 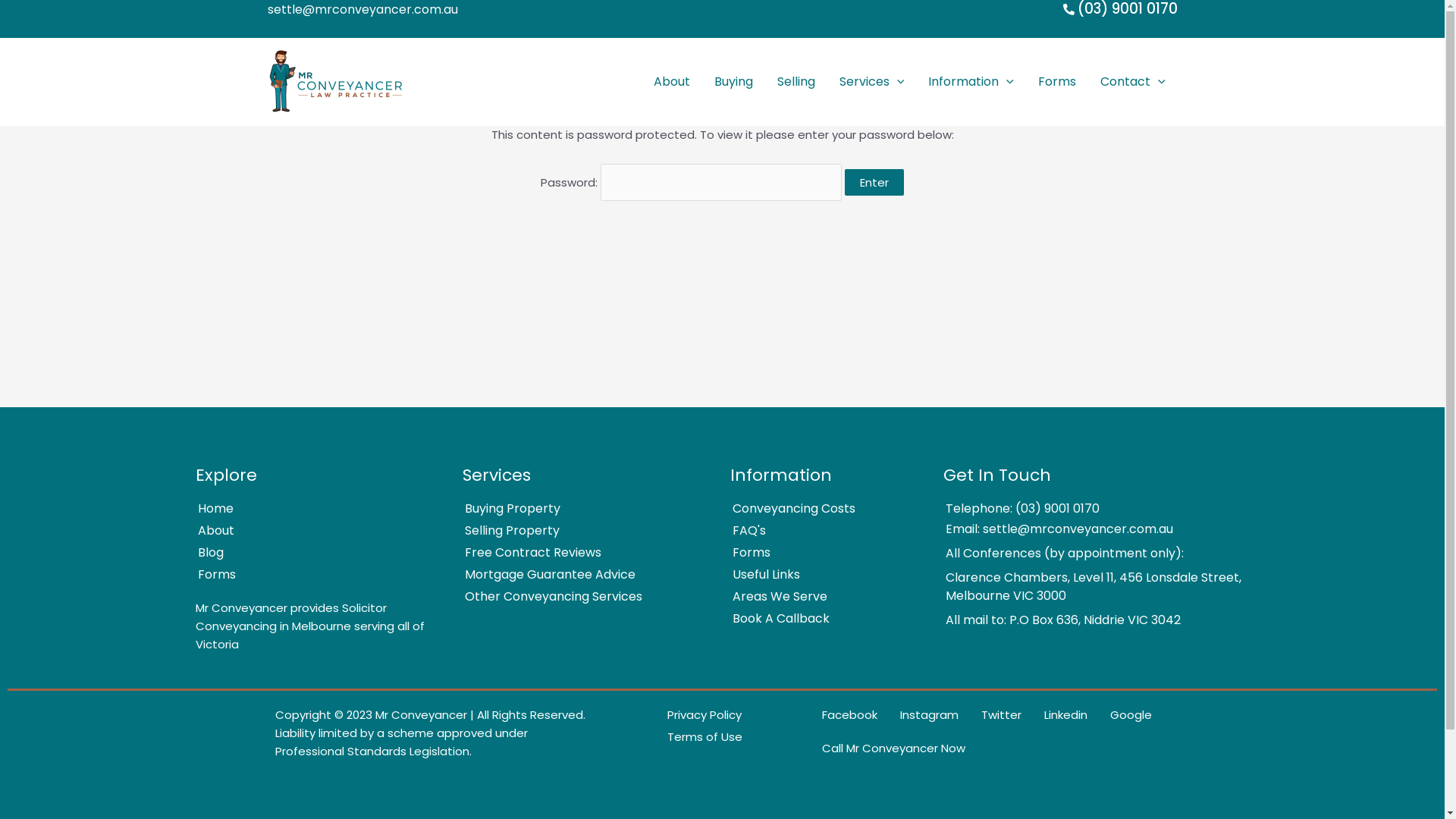 What do you see at coordinates (579, 553) in the screenshot?
I see `'Free Contract Reviews'` at bounding box center [579, 553].